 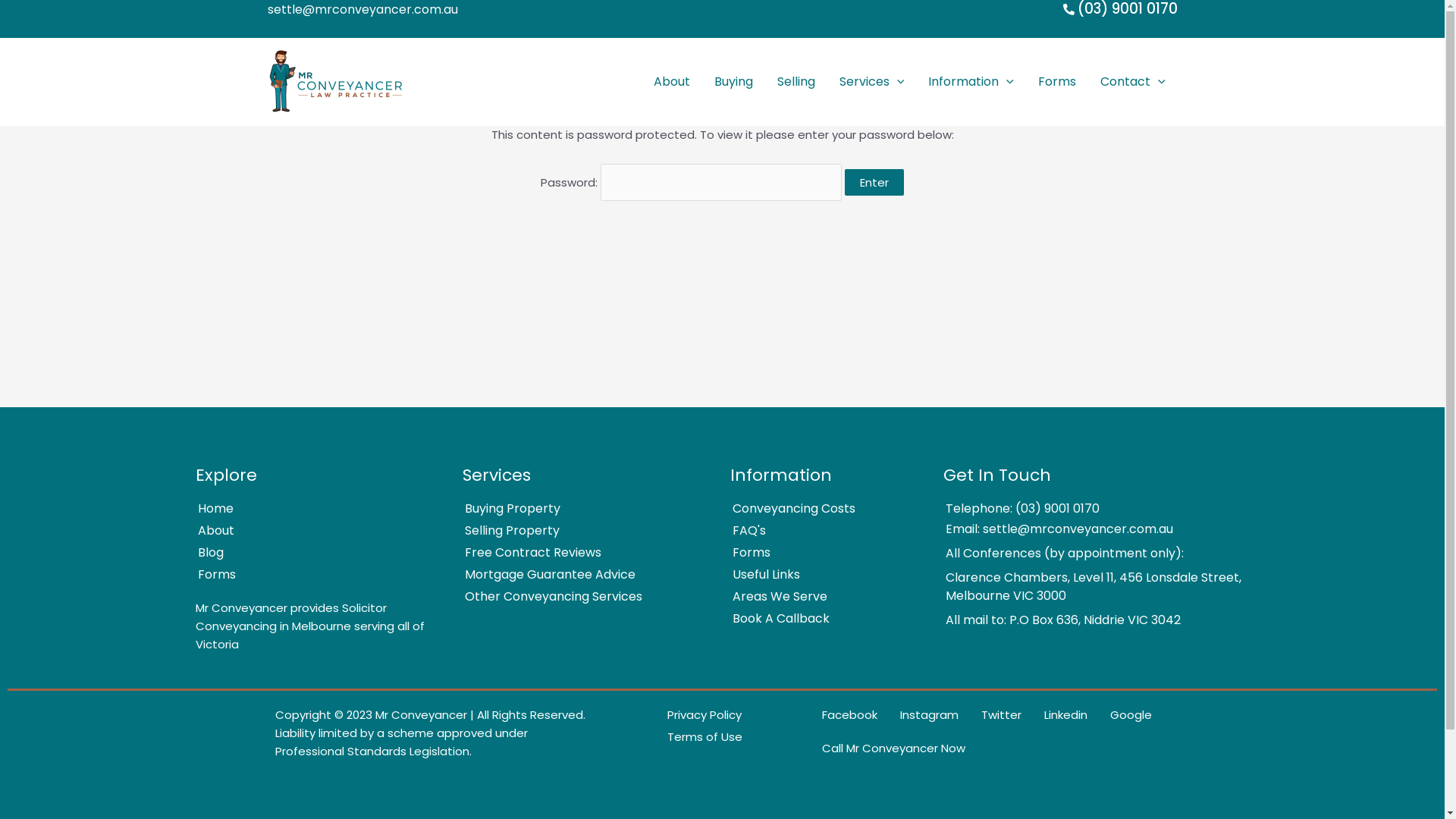 What do you see at coordinates (579, 553) in the screenshot?
I see `'Free Contract Reviews'` at bounding box center [579, 553].